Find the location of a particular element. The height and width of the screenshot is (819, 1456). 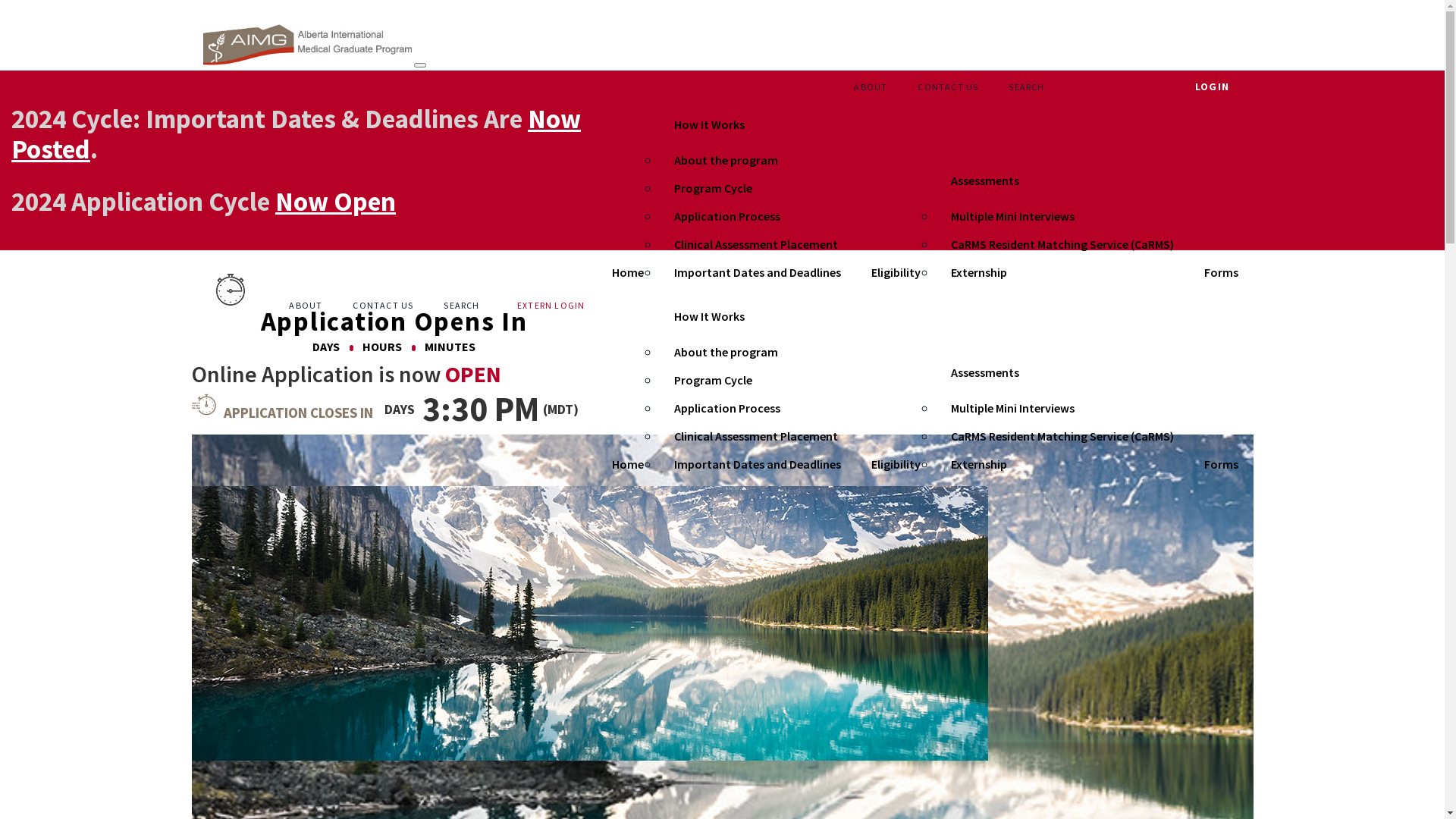

'LOGIN' is located at coordinates (1211, 86).